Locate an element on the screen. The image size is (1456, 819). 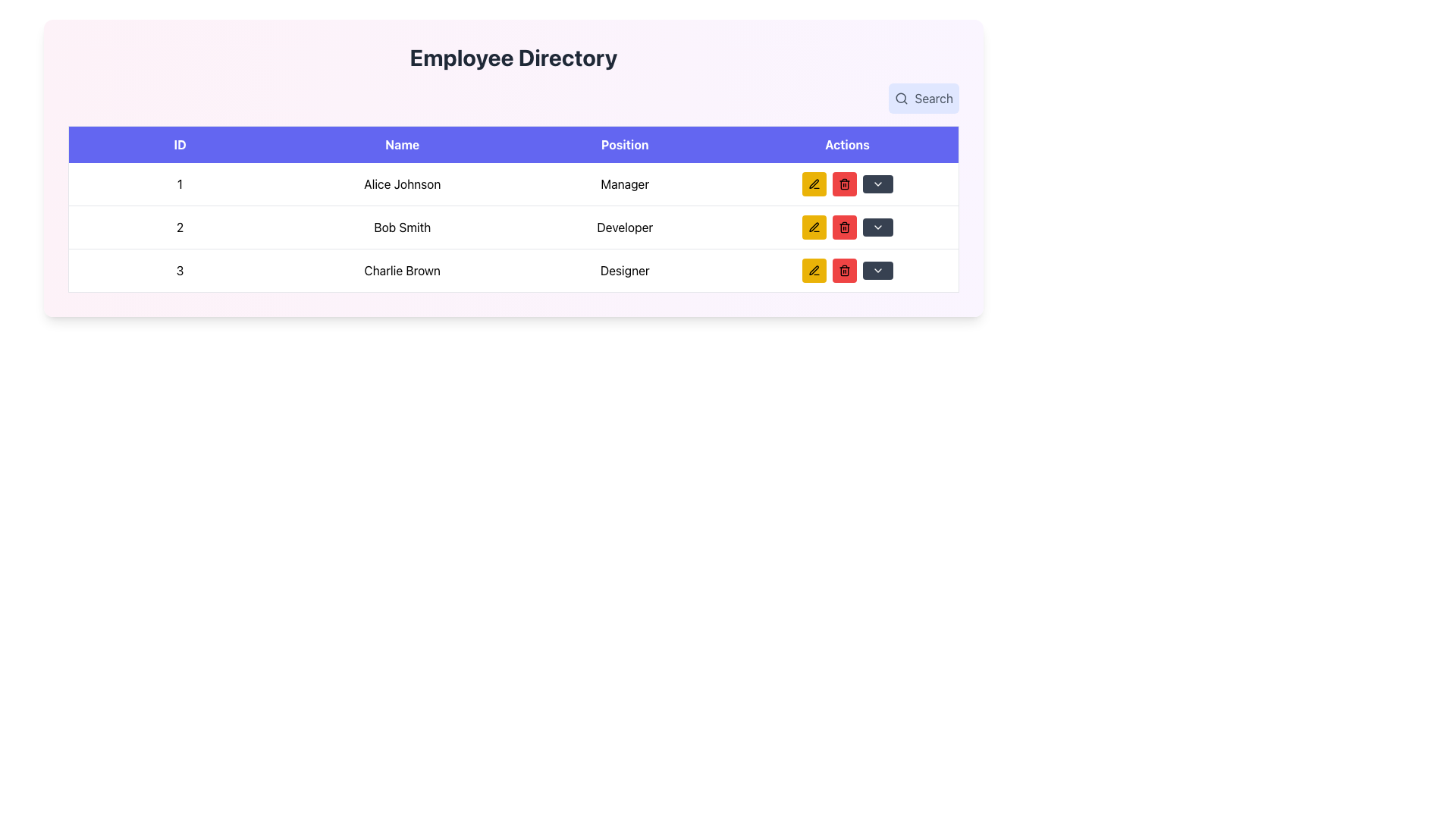
the text label 'ID' which is displayed with white-colored text on a bold purple background, located in the upper-left section of the table header row is located at coordinates (180, 144).